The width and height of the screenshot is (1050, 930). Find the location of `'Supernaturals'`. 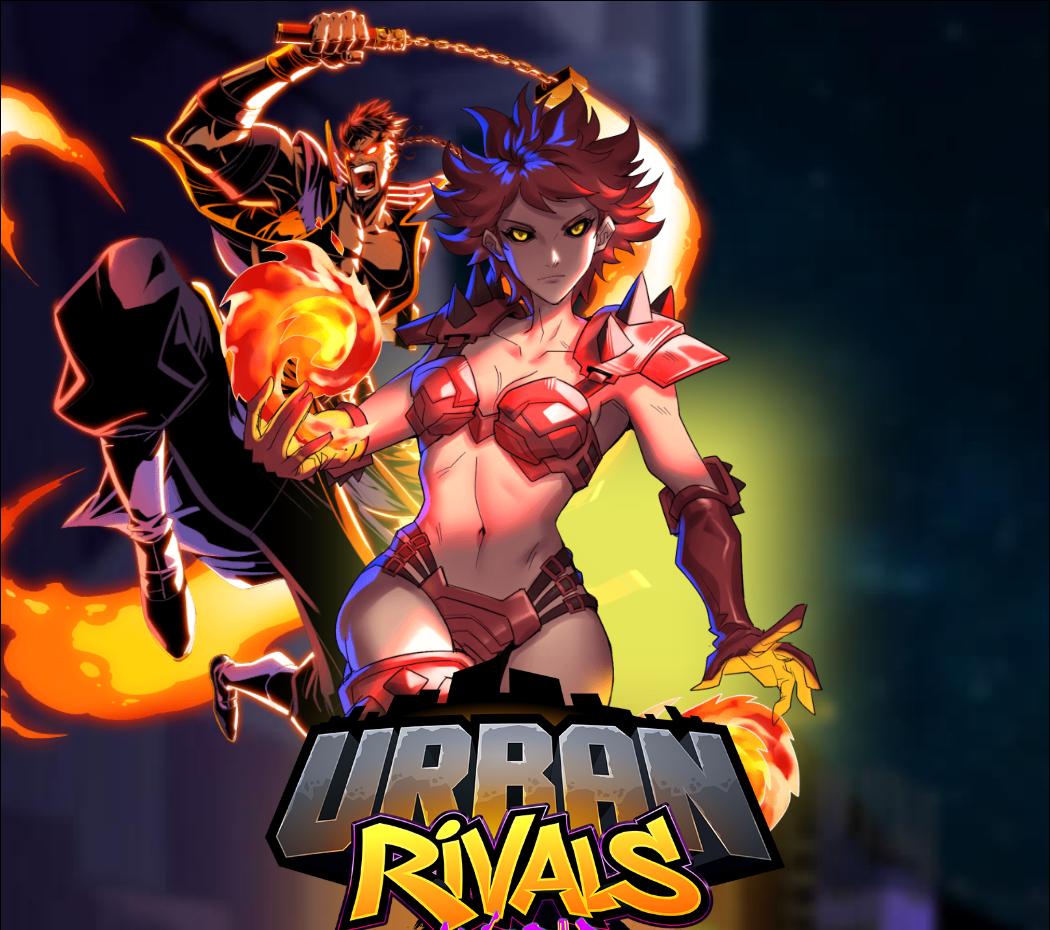

'Supernaturals' is located at coordinates (574, 511).